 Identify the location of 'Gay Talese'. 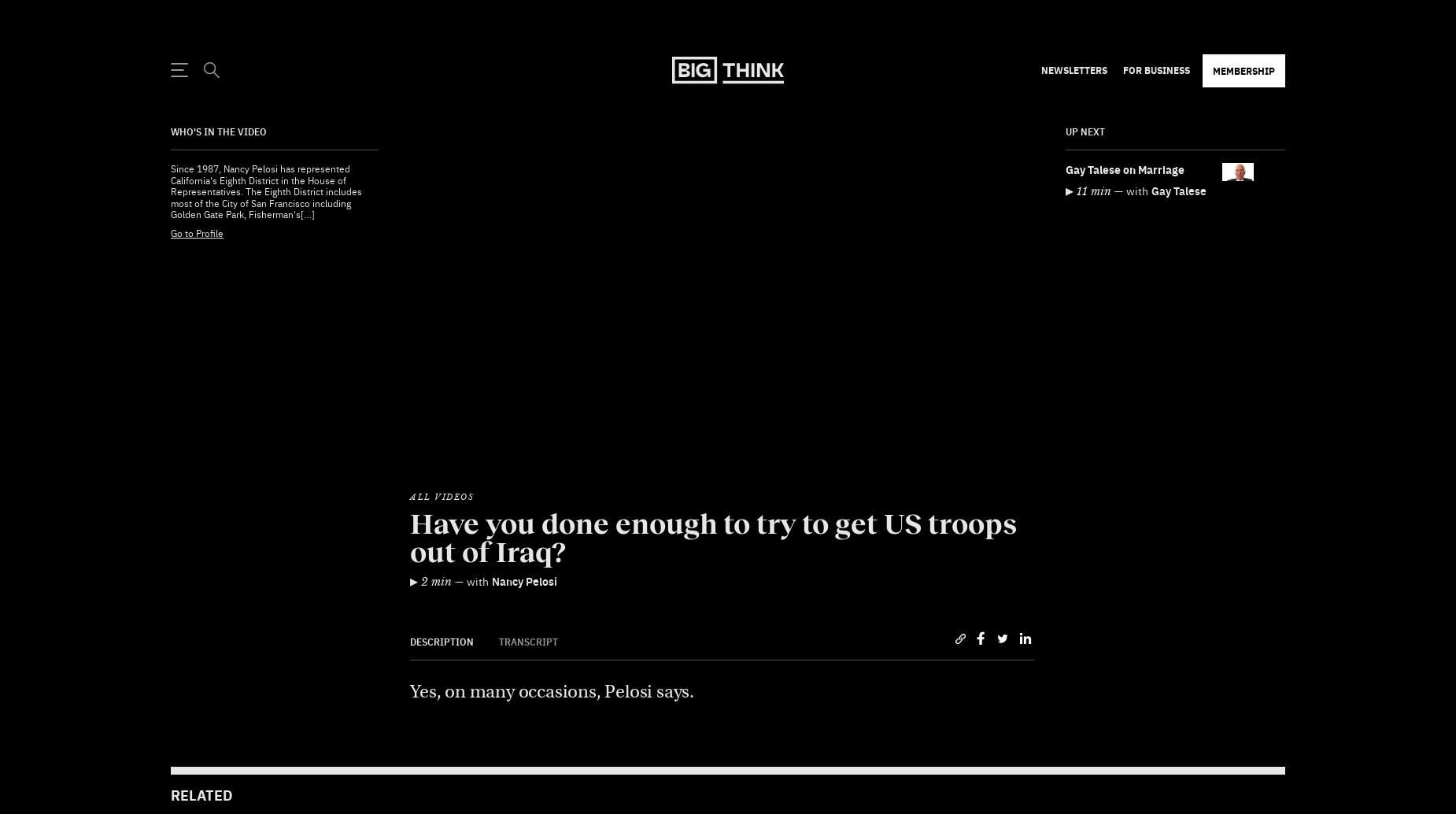
(1178, 152).